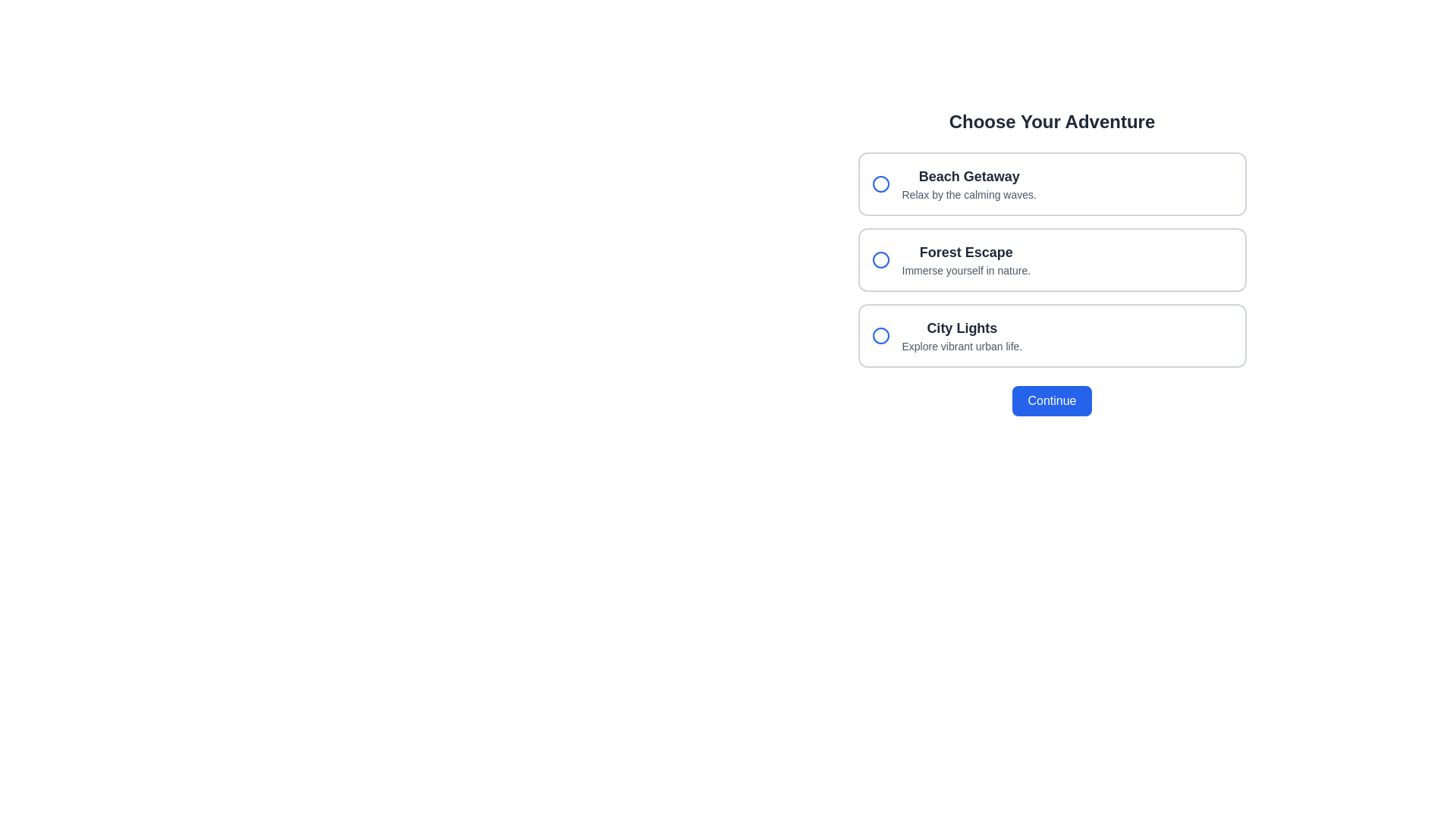 This screenshot has height=819, width=1456. I want to click on the circular radio button for the 'Forest Escape' option, positioned next to the text 'Forest Escape Immerse yourself in nature.', so click(880, 259).